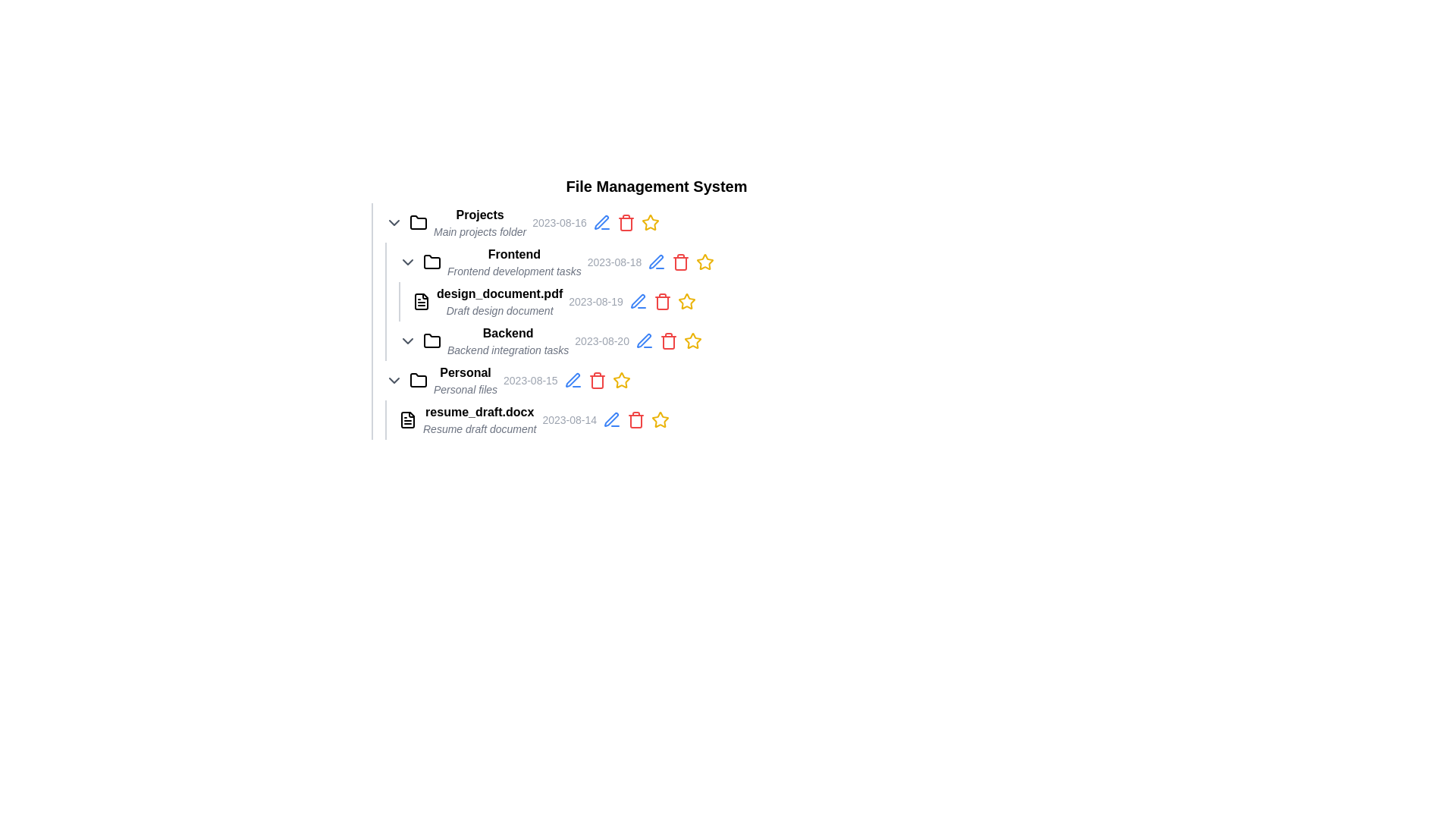 The width and height of the screenshot is (1456, 819). What do you see at coordinates (419, 222) in the screenshot?
I see `the folder icon located directly to the left of the 'Projects' label in the file tree, which visually indicates a folder in the hierarchy` at bounding box center [419, 222].